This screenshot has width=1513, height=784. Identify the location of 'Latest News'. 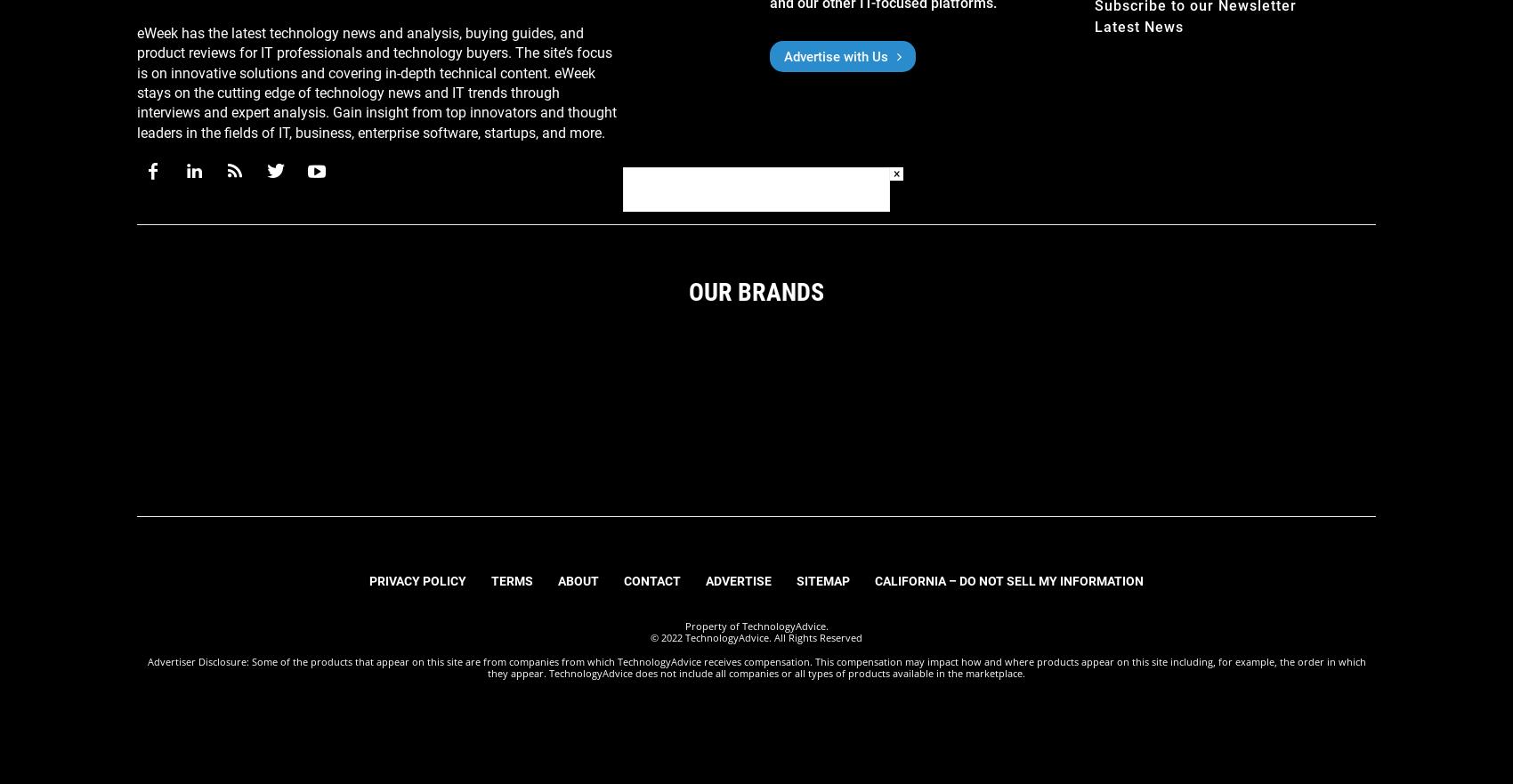
(1138, 25).